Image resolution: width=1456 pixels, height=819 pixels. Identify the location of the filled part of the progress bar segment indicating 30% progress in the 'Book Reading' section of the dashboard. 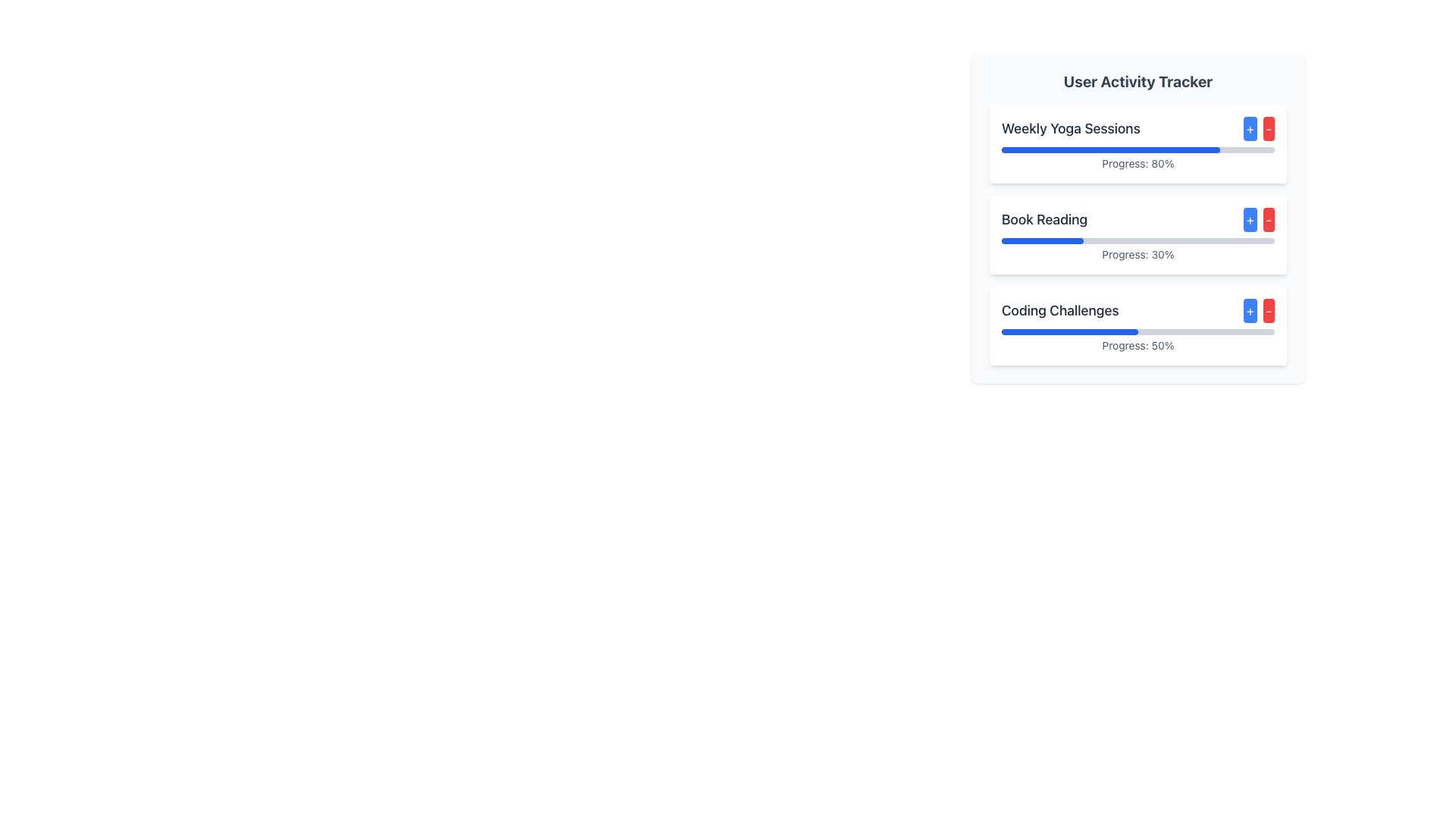
(1041, 240).